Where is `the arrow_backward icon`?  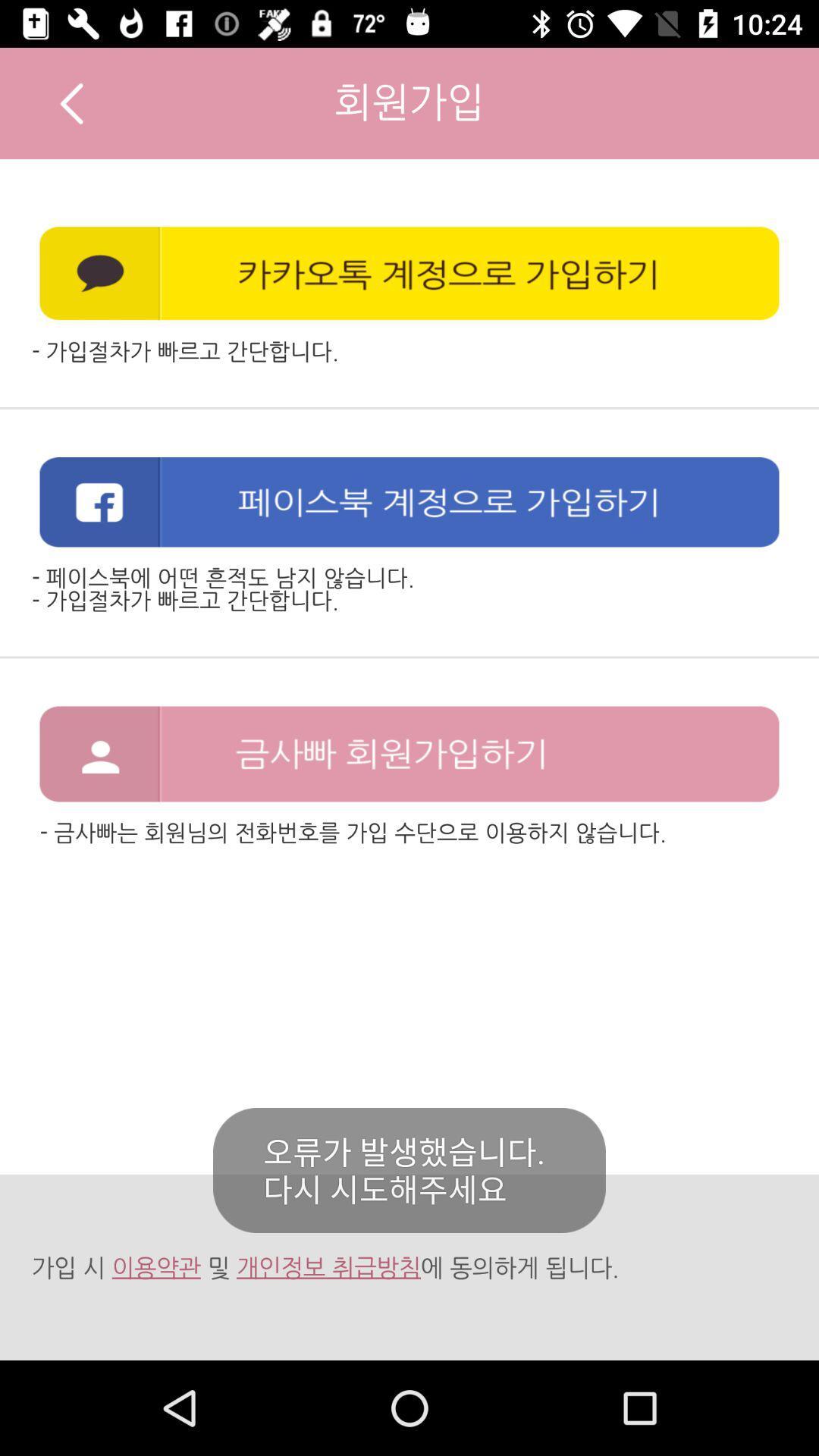
the arrow_backward icon is located at coordinates (71, 102).